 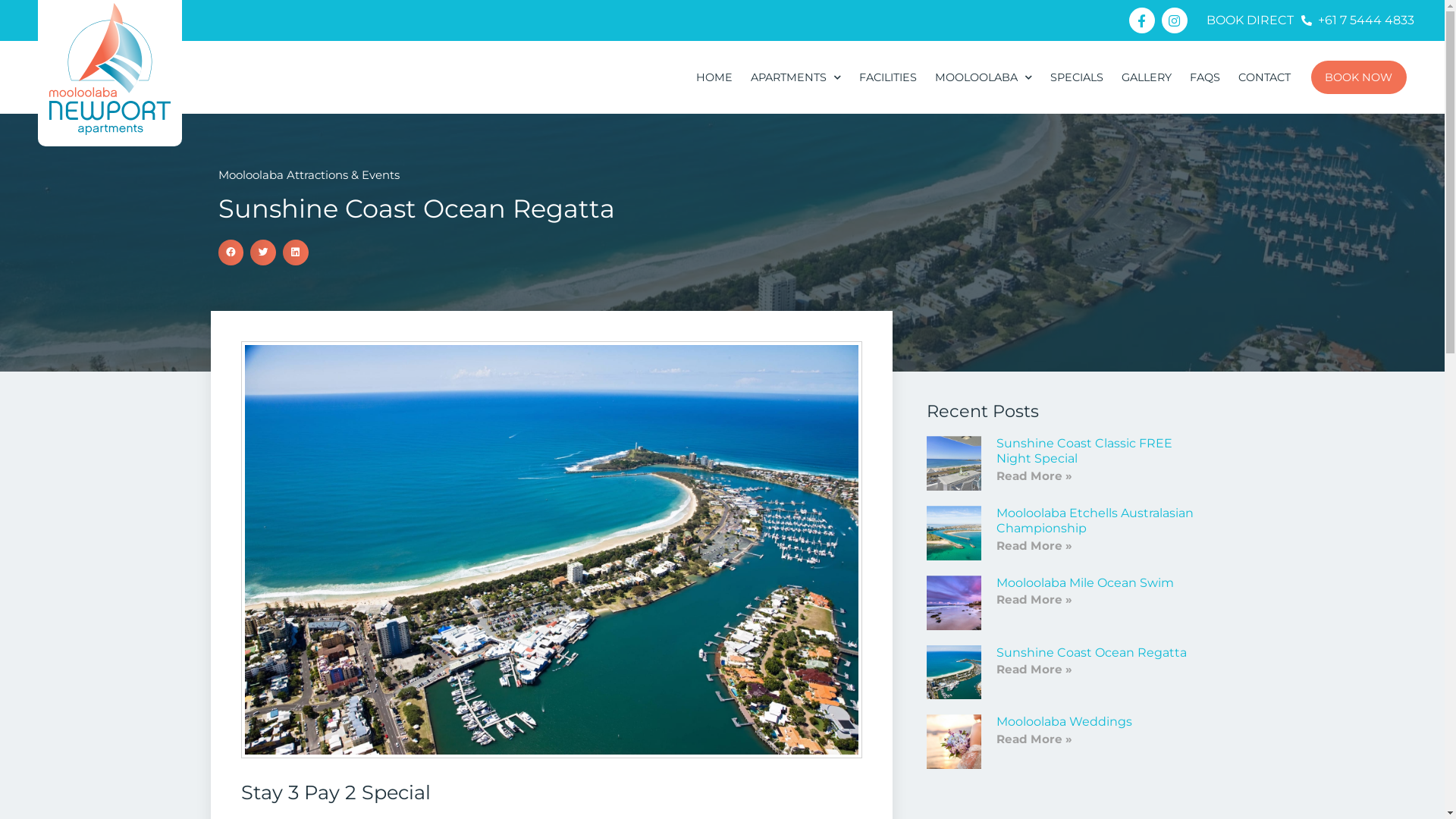 I want to click on 'Sunshine Coast Ocean Regatta', so click(x=1090, y=651).